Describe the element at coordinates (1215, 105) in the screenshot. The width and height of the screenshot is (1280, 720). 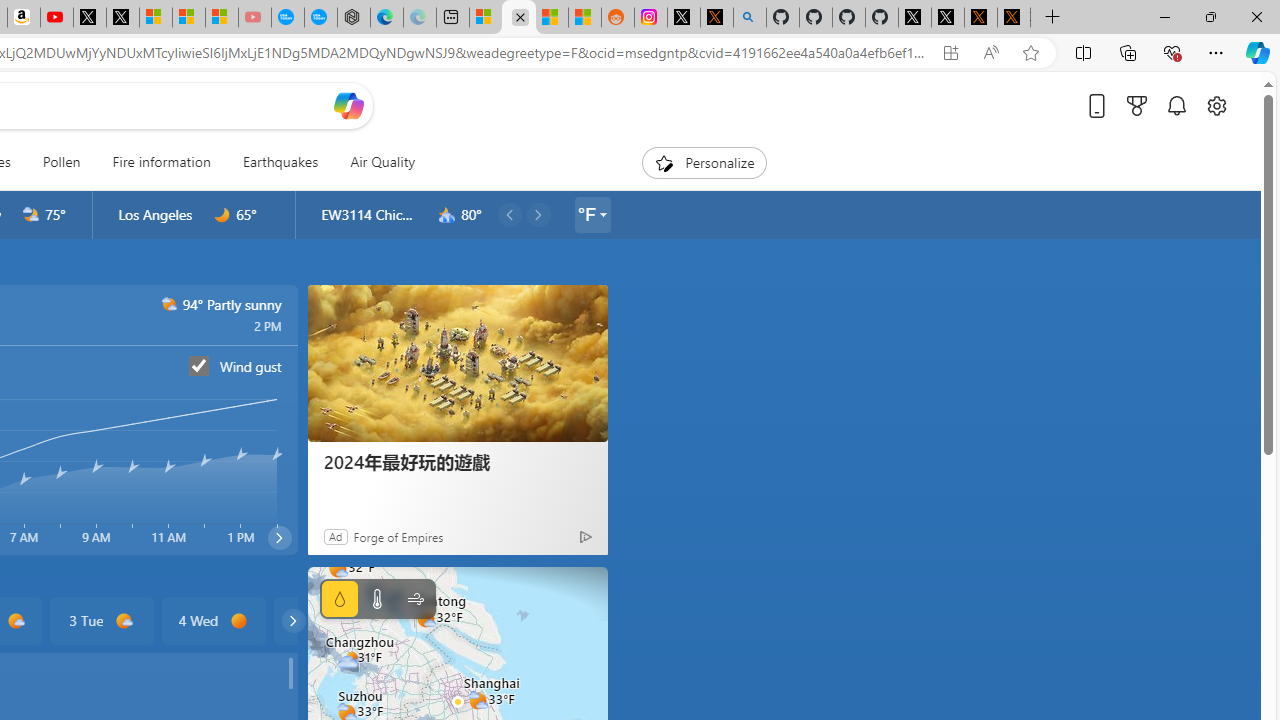
I see `'Open settings'` at that location.